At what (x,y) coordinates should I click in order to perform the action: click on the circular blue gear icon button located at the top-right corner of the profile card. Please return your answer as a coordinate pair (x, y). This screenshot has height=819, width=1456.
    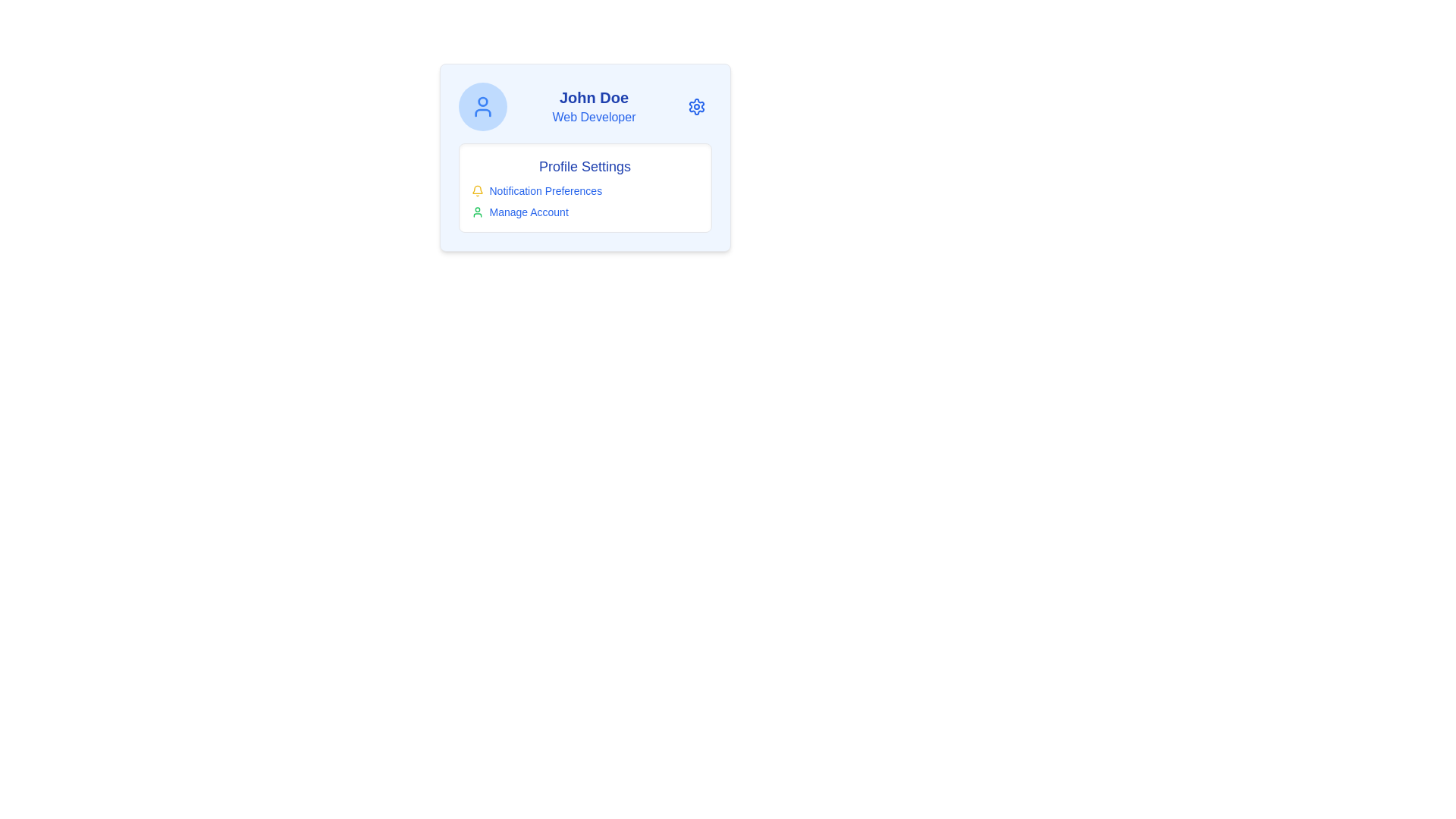
    Looking at the image, I should click on (695, 106).